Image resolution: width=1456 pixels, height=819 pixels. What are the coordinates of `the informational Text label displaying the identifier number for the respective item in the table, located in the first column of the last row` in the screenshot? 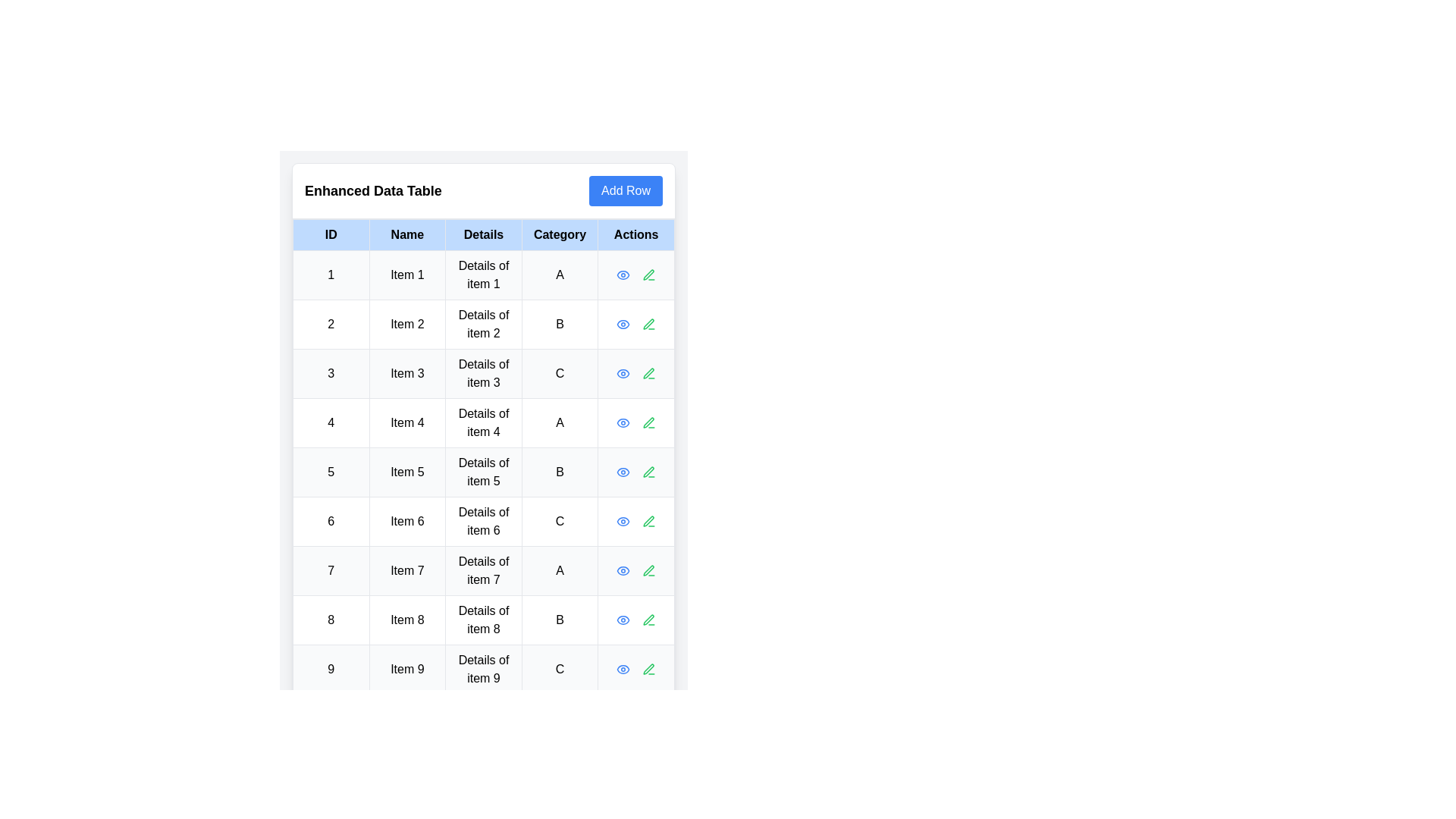 It's located at (330, 669).